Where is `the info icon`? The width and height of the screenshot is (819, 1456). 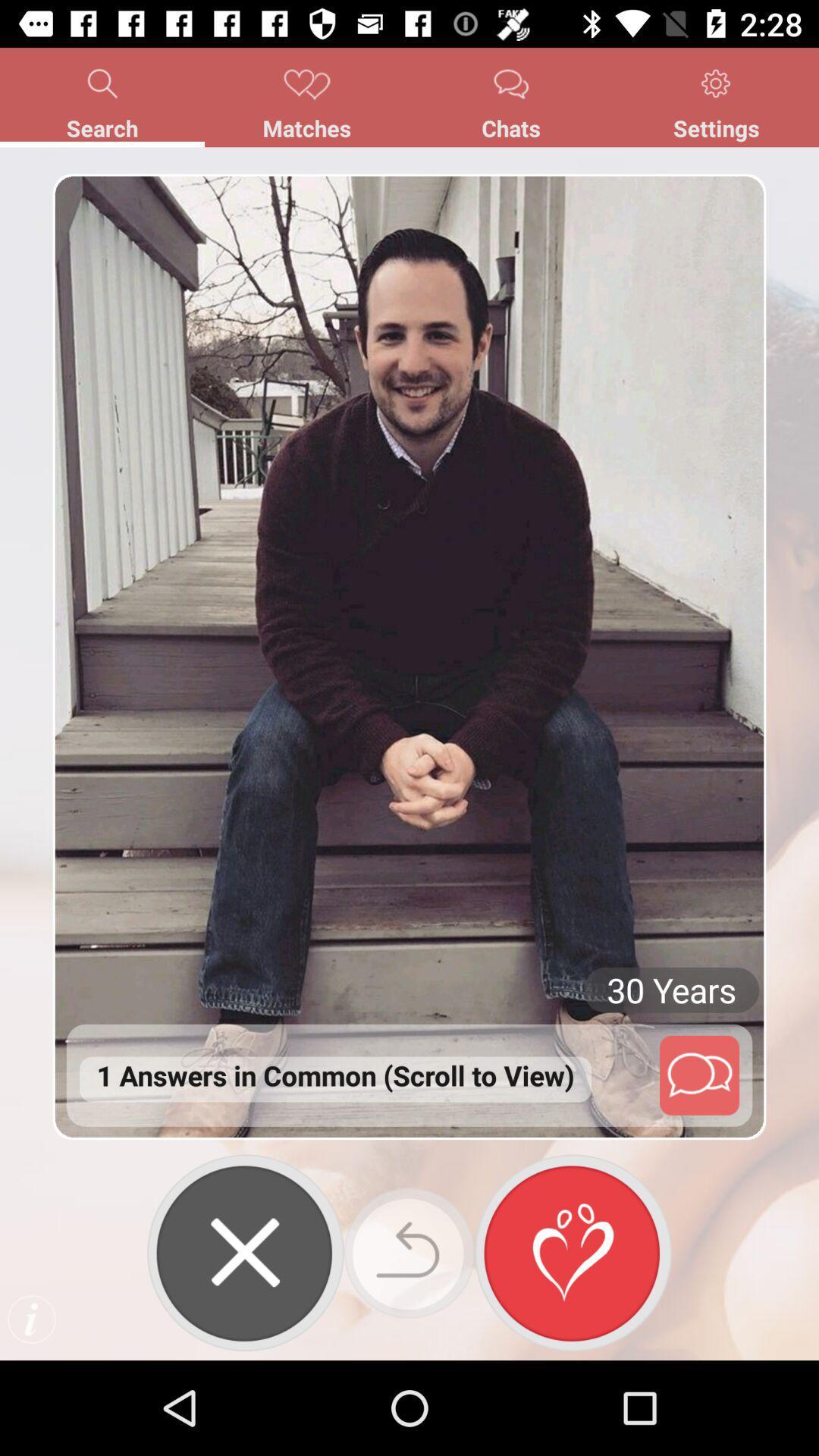
the info icon is located at coordinates (32, 1318).